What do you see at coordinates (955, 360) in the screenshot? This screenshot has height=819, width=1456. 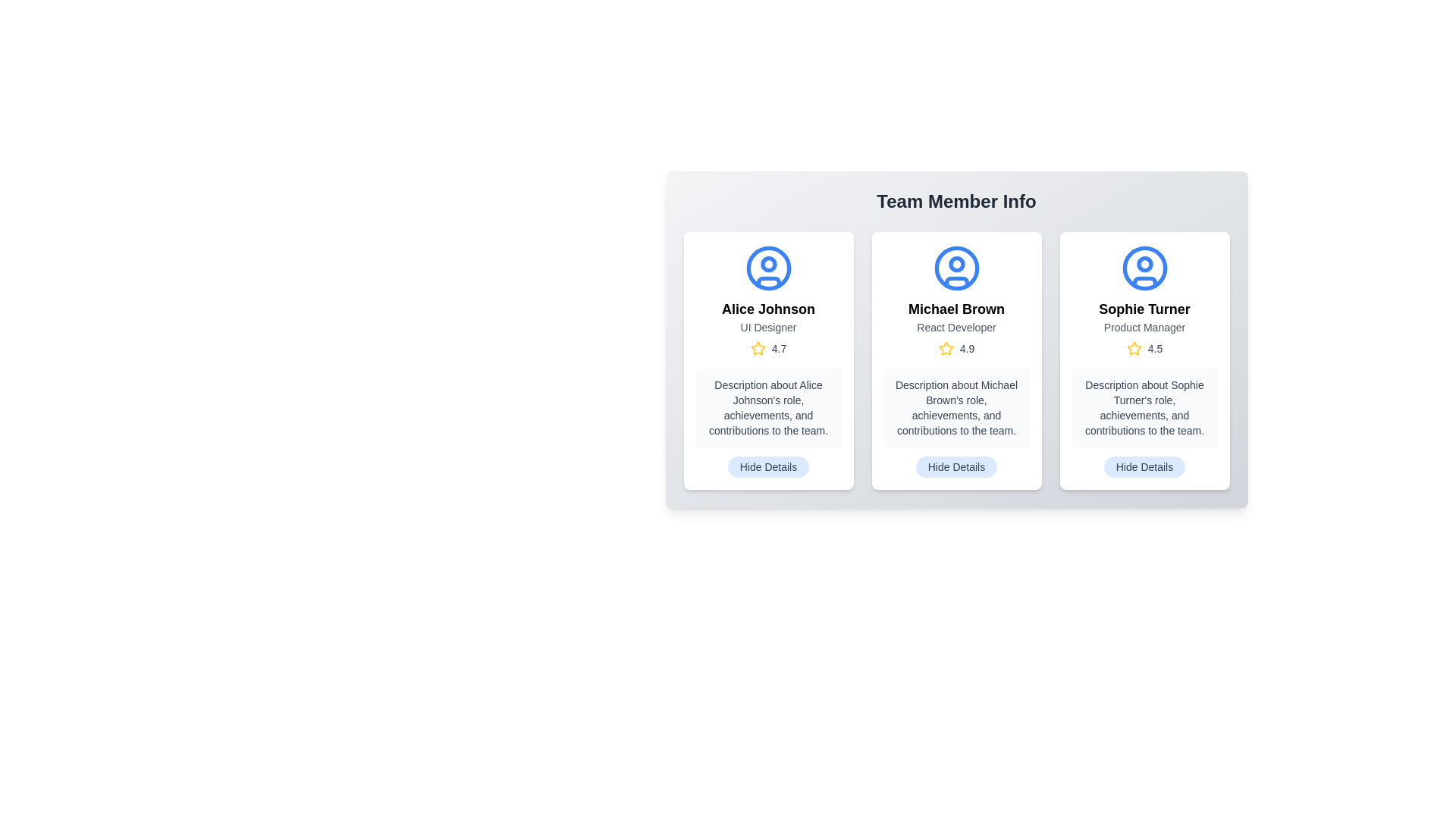 I see `the Profile Card displaying team member details, located in the middle of a grid layout` at bounding box center [955, 360].